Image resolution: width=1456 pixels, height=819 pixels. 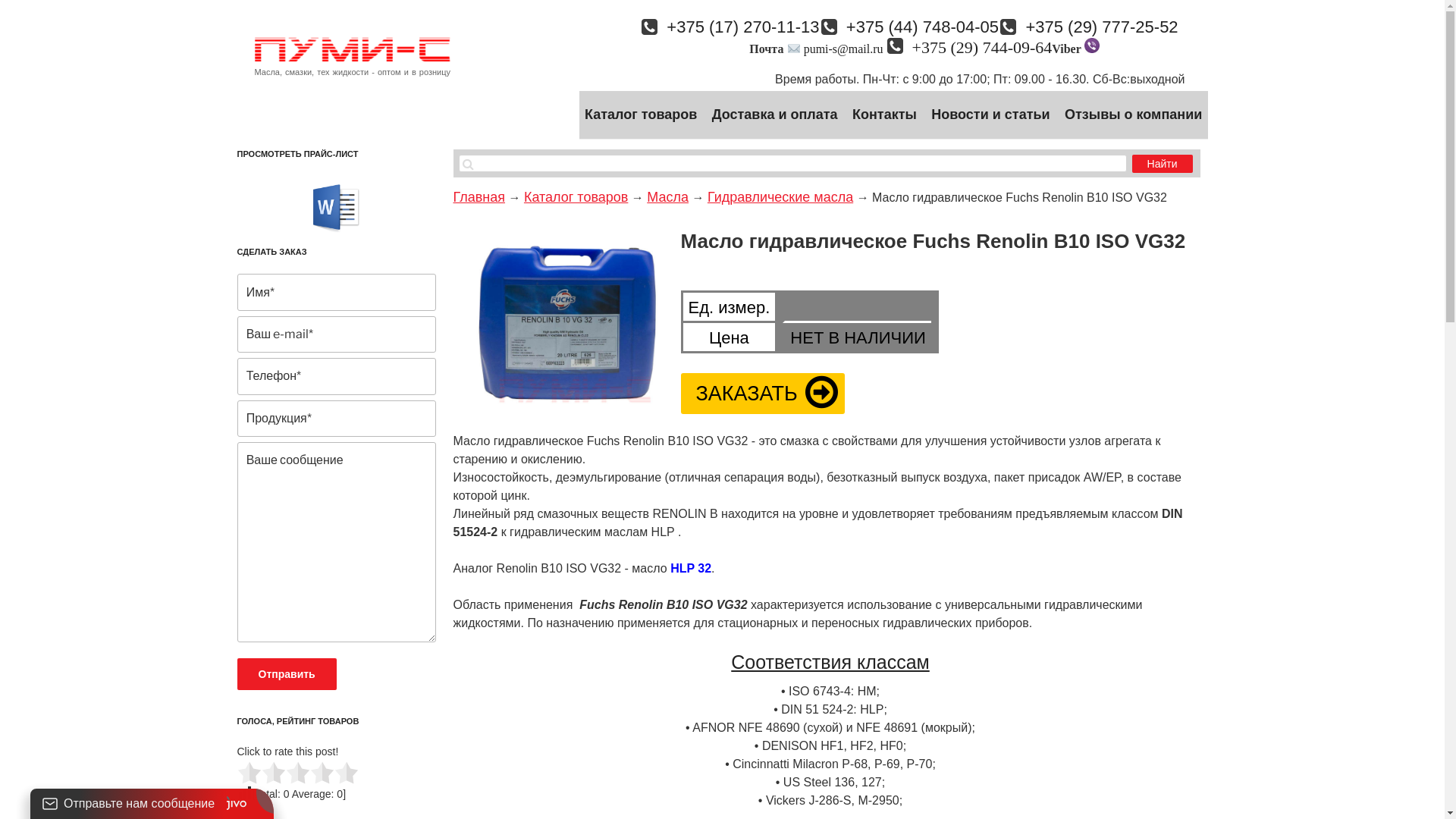 What do you see at coordinates (690, 568) in the screenshot?
I see `'HLP 32'` at bounding box center [690, 568].